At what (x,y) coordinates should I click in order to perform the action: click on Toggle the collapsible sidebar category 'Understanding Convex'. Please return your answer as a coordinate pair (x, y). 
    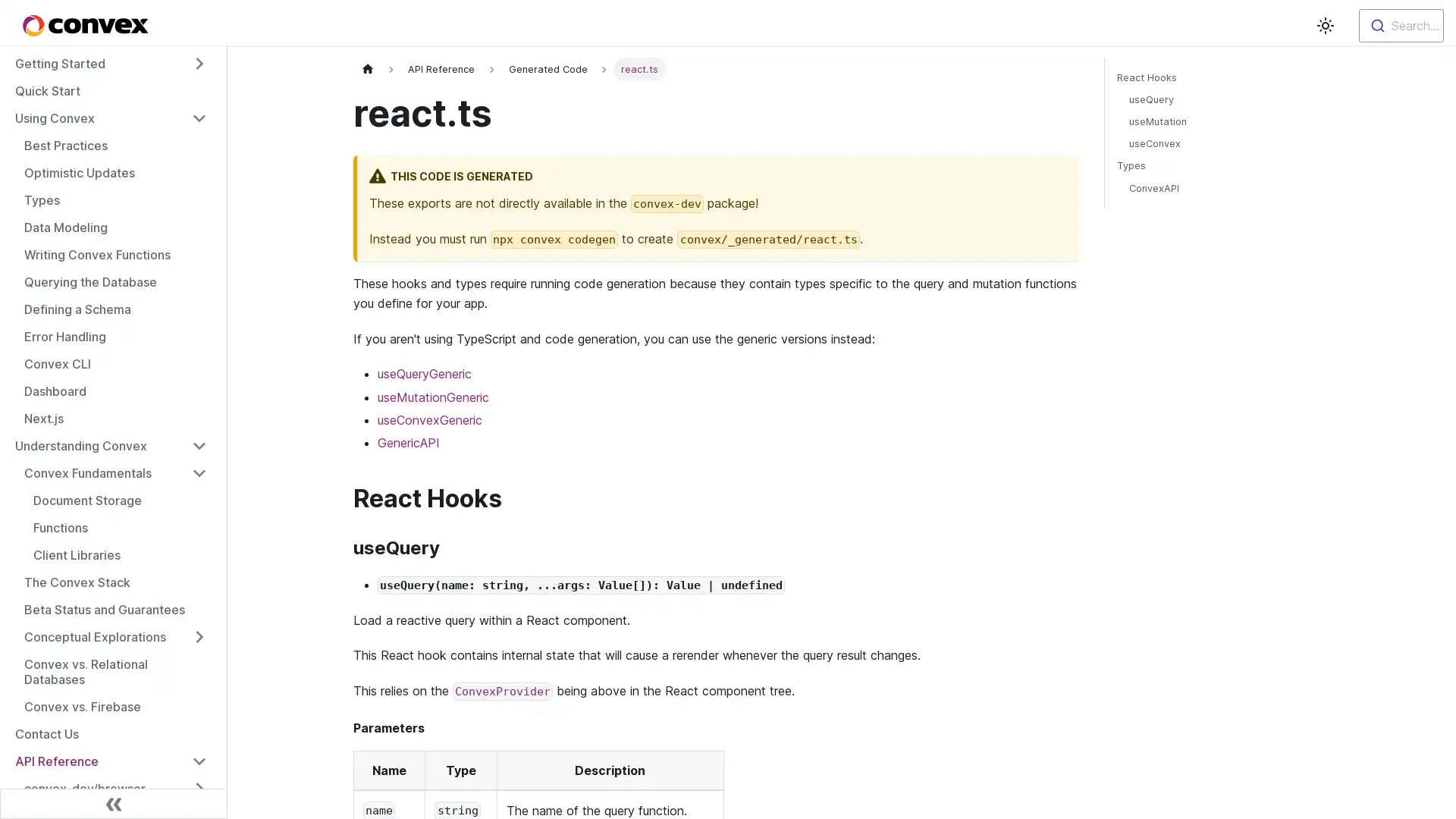
    Looking at the image, I should click on (199, 444).